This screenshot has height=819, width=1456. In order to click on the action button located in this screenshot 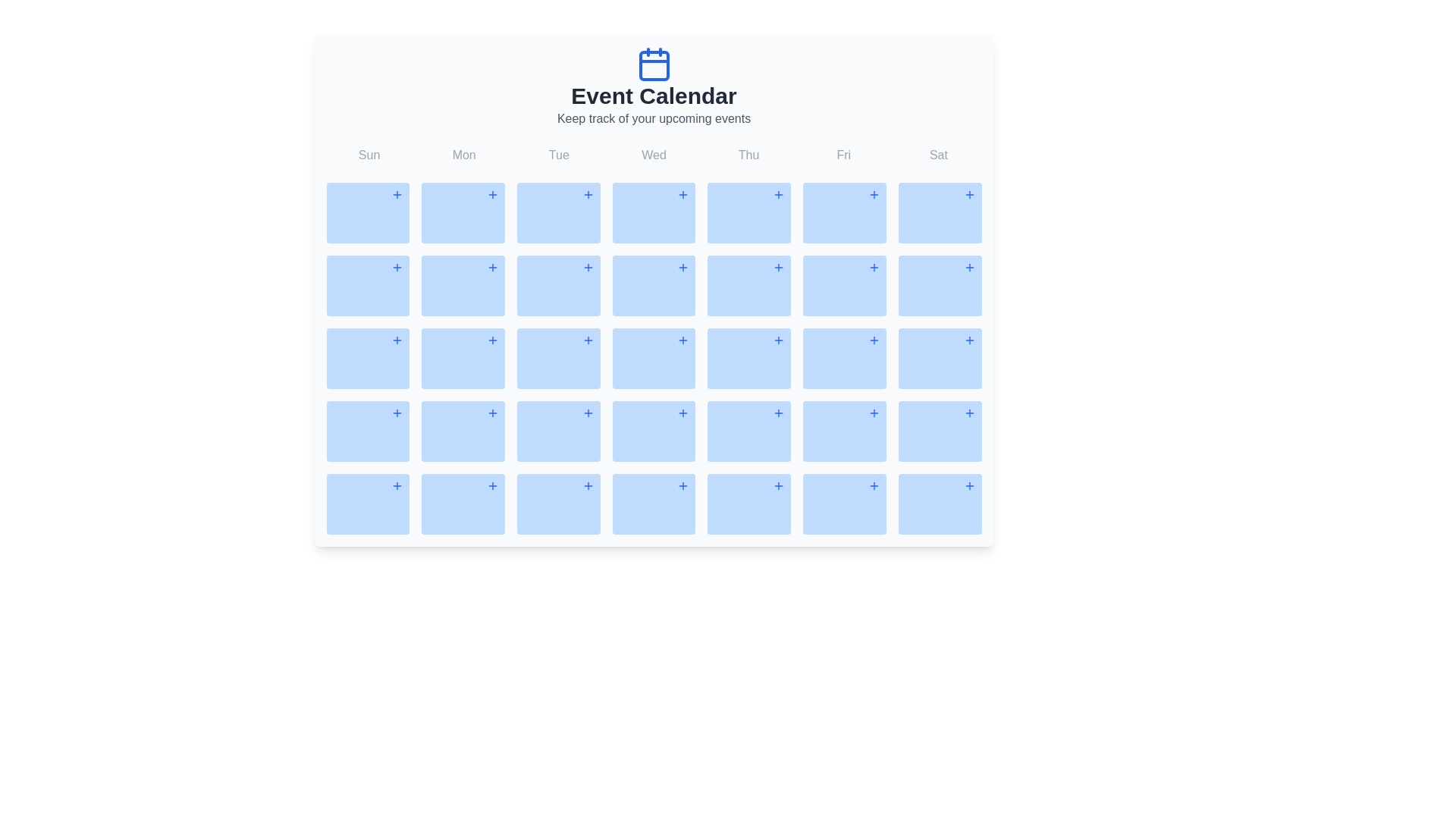, I will do `click(492, 485)`.